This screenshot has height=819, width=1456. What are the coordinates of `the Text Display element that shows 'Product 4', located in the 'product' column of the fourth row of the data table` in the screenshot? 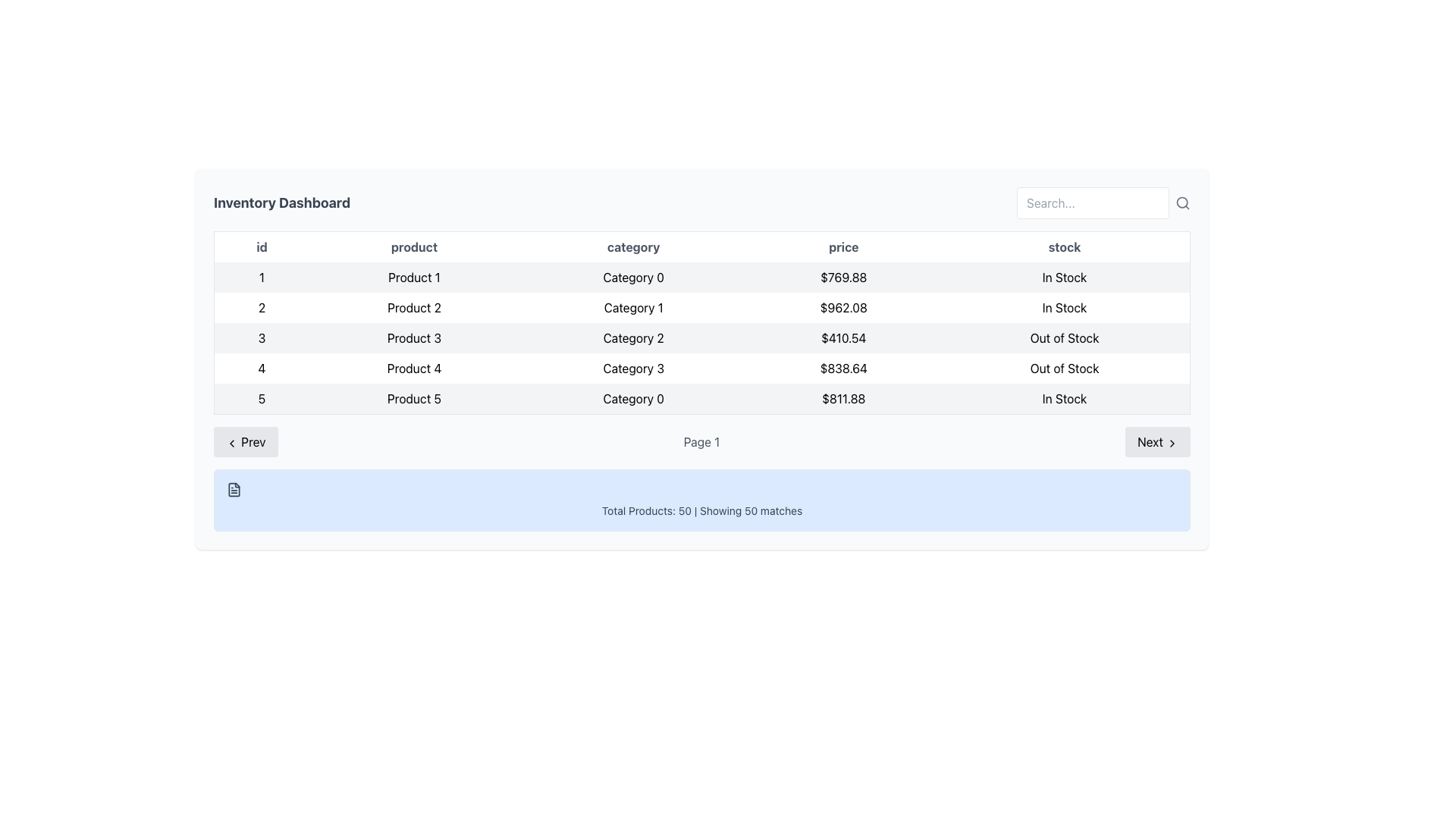 It's located at (414, 369).